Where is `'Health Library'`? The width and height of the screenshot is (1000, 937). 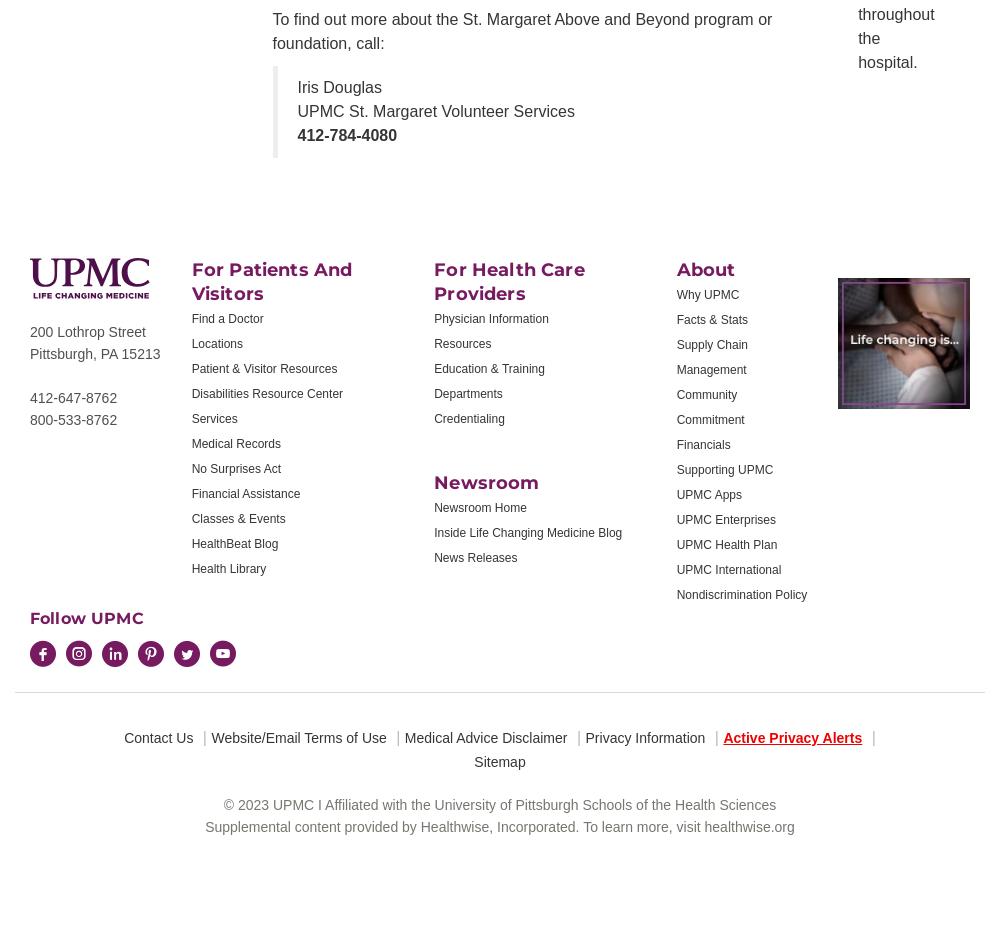 'Health Library' is located at coordinates (190, 569).